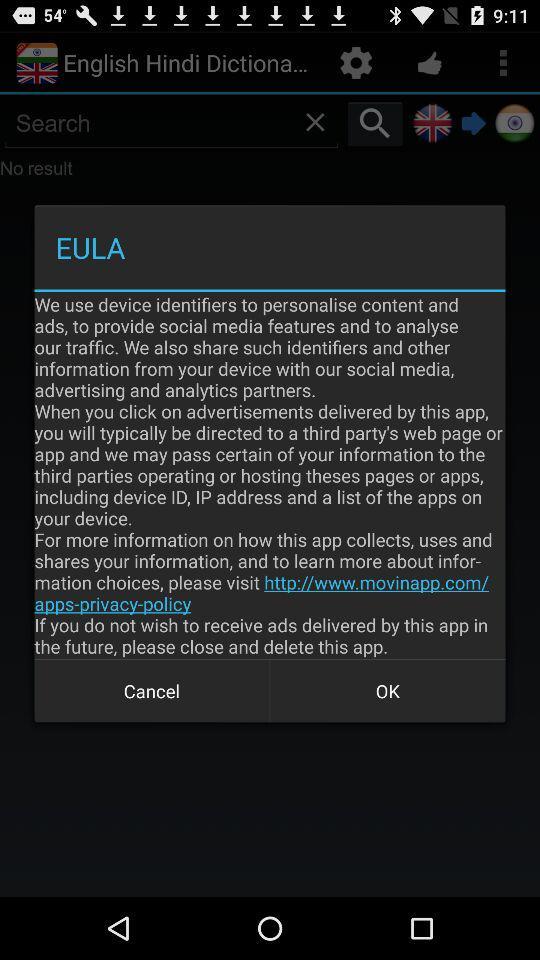 The height and width of the screenshot is (960, 540). I want to click on the item to the left of ok button, so click(151, 691).